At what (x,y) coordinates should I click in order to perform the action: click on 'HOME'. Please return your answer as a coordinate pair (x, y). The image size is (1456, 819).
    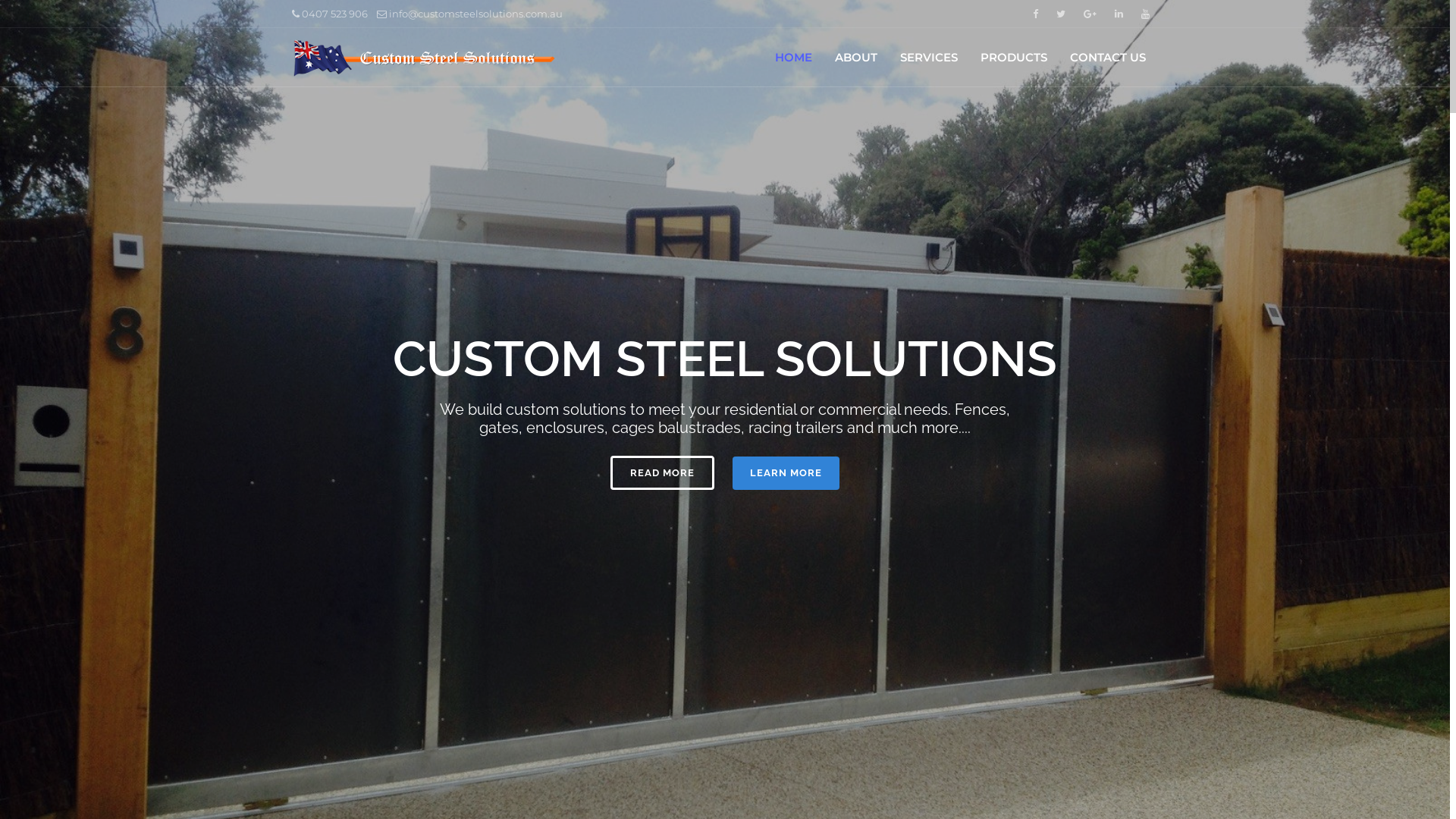
    Looking at the image, I should click on (792, 57).